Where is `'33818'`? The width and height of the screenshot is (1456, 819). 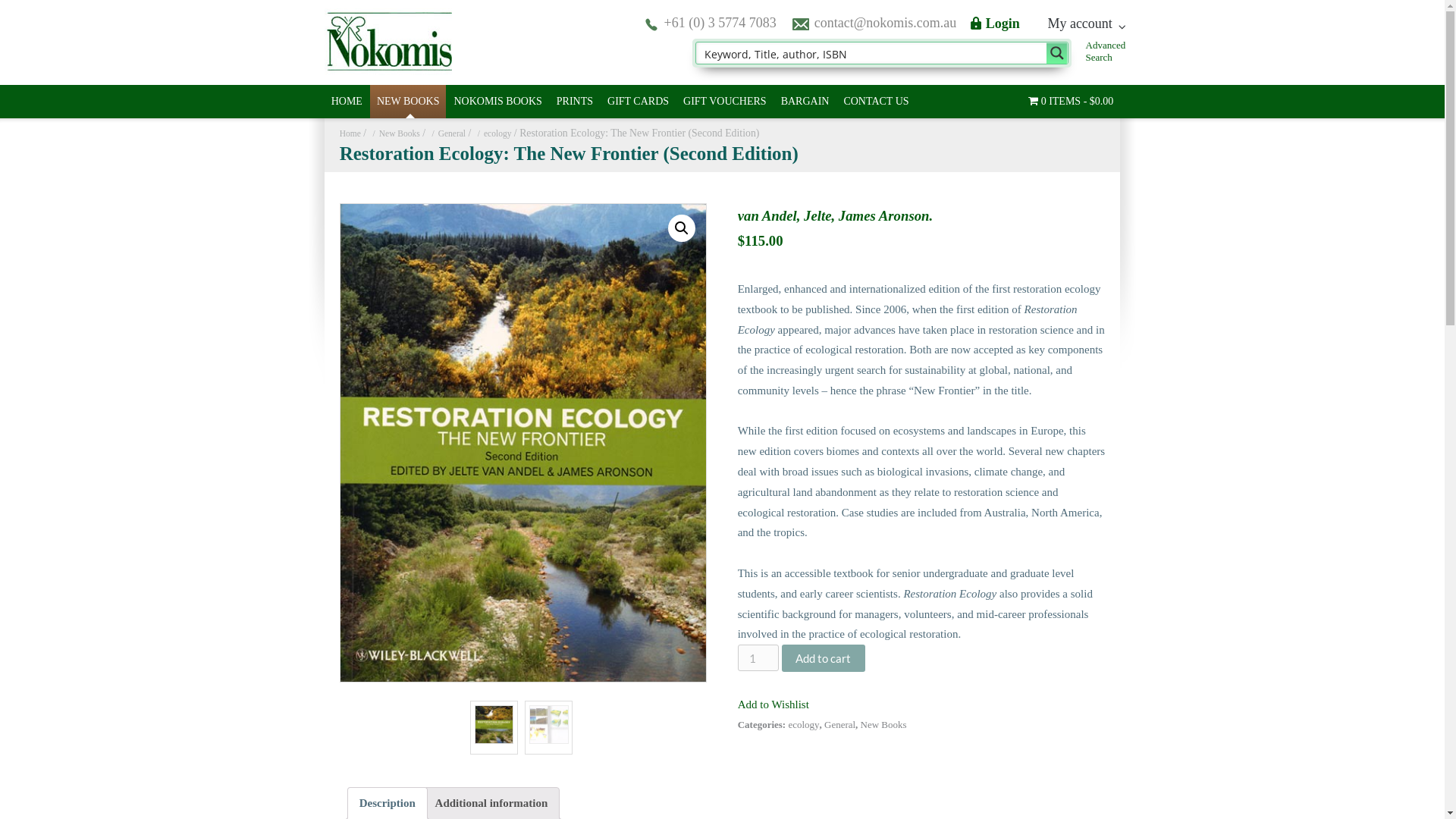 '33818' is located at coordinates (523, 442).